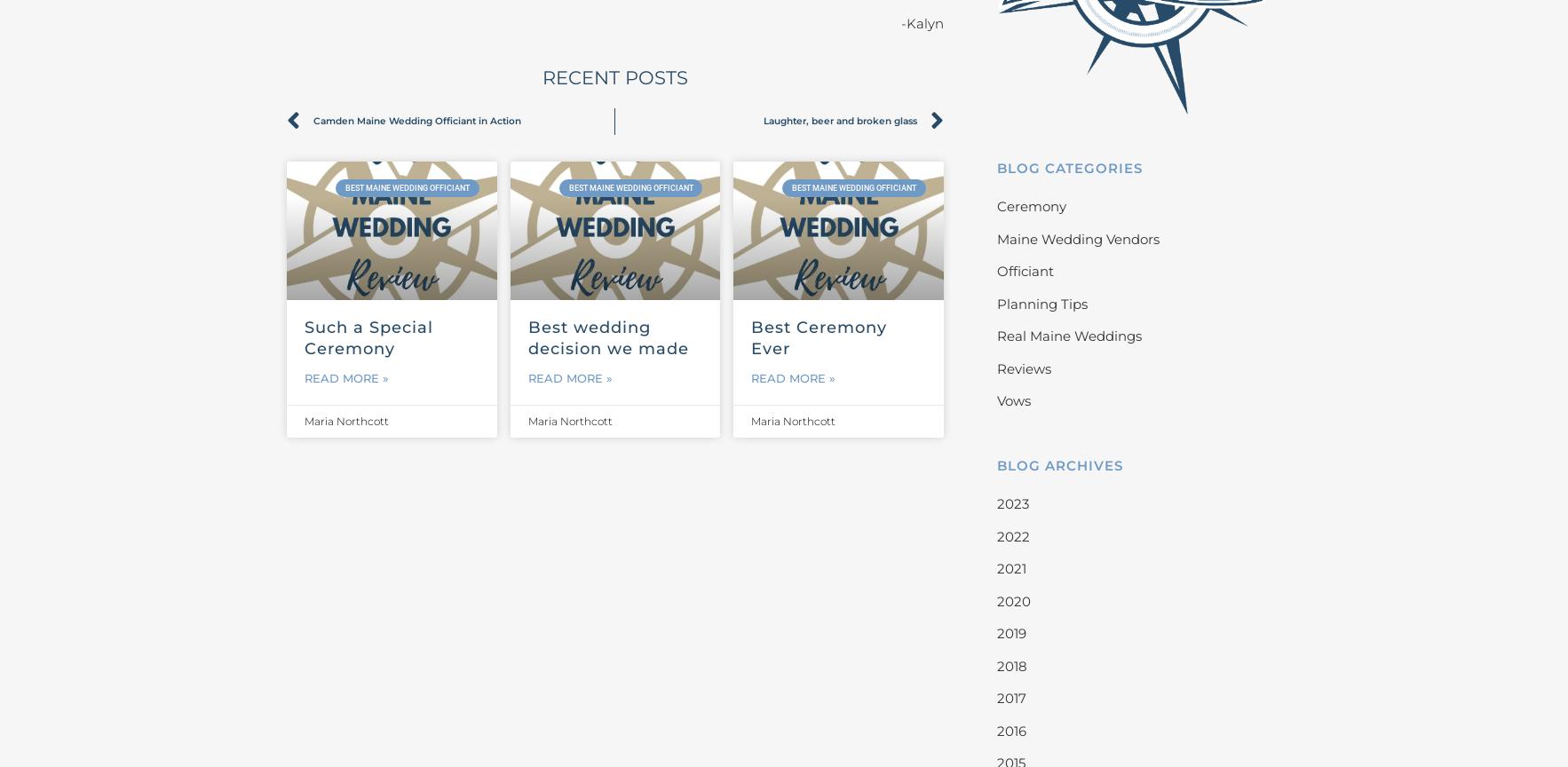  What do you see at coordinates (994, 600) in the screenshot?
I see `'2020'` at bounding box center [994, 600].